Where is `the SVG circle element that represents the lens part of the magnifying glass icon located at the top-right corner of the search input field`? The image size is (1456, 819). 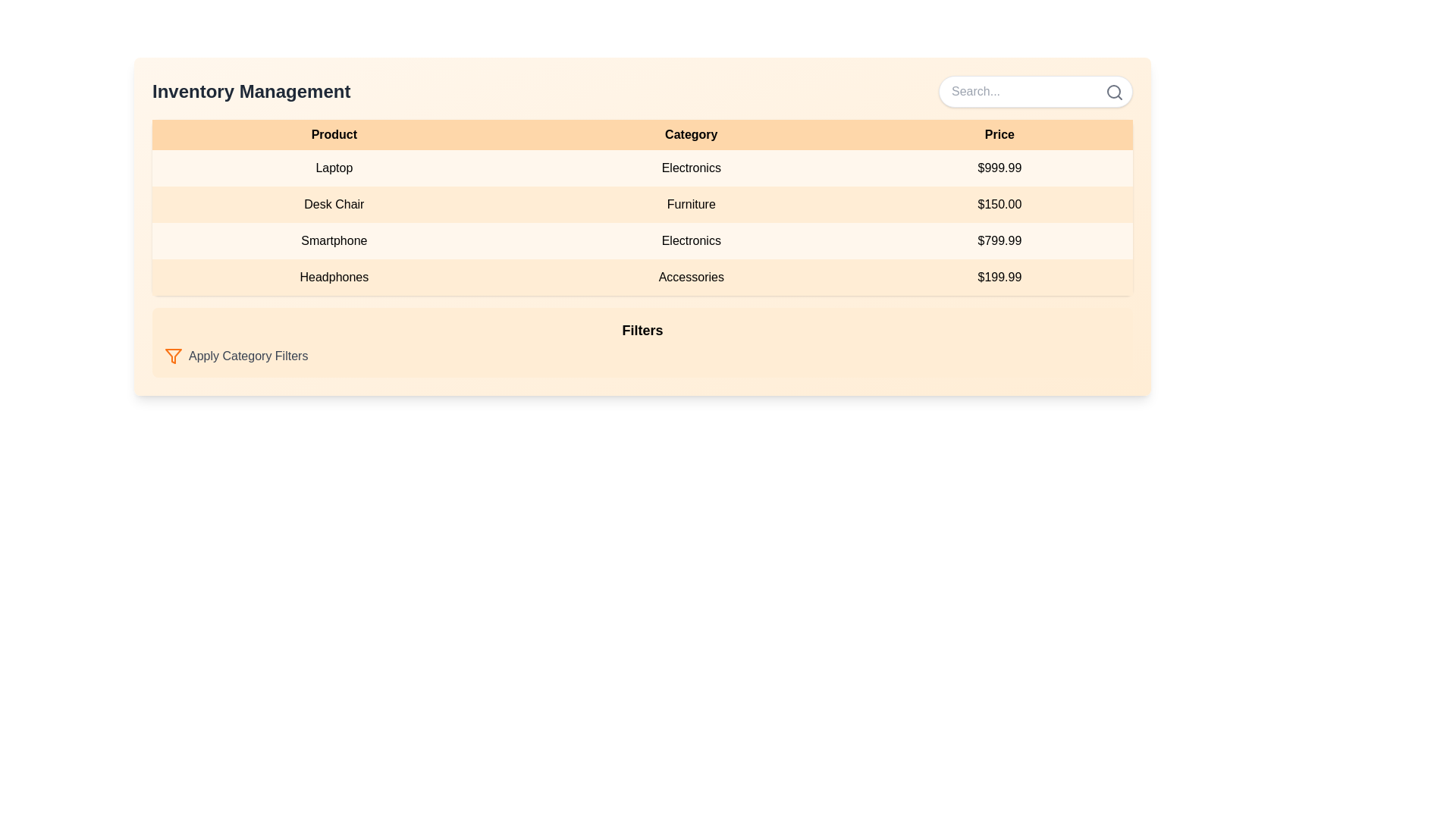
the SVG circle element that represents the lens part of the magnifying glass icon located at the top-right corner of the search input field is located at coordinates (1113, 91).